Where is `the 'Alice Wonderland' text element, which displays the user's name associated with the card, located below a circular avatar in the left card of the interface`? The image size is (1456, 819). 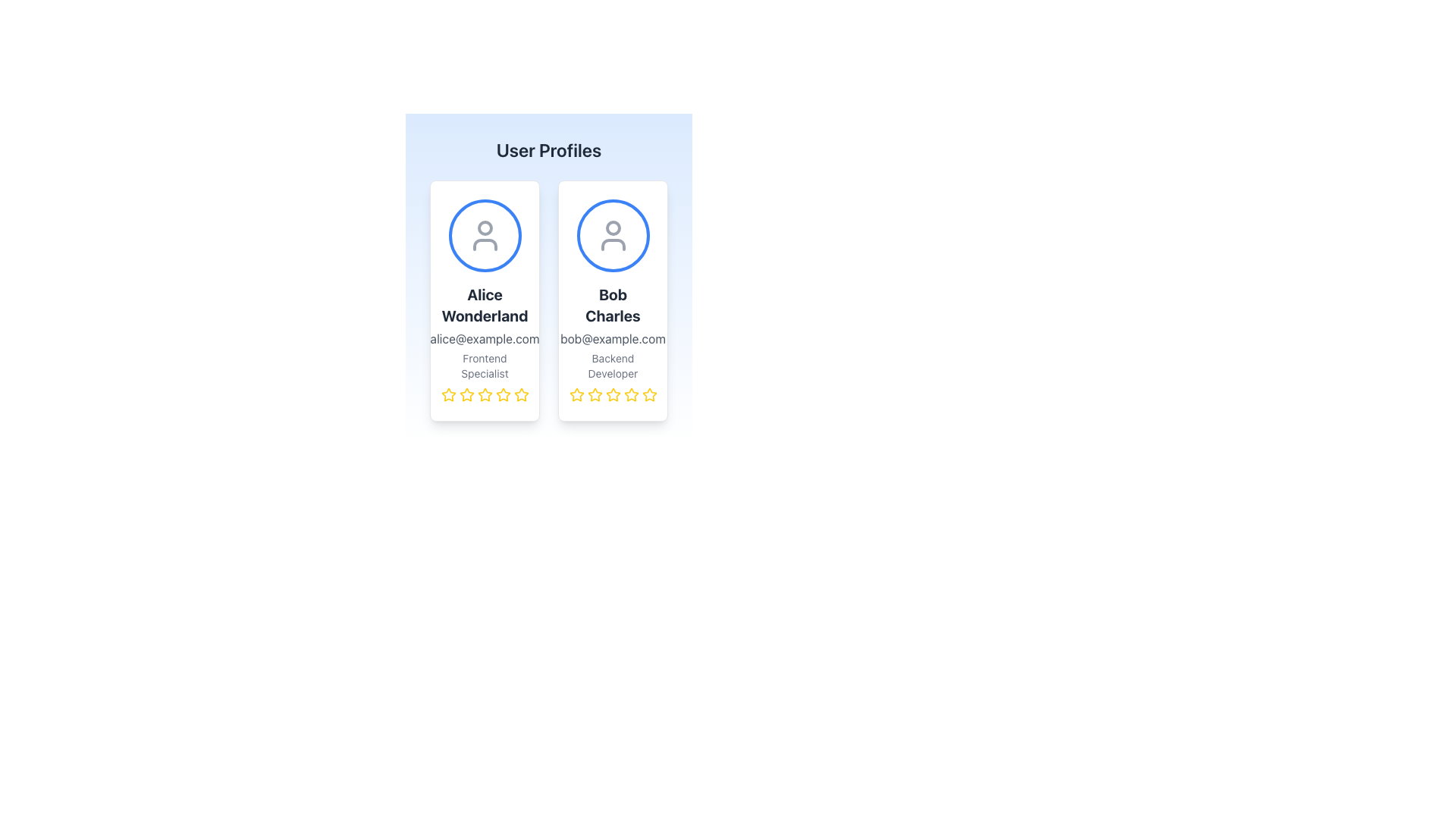 the 'Alice Wonderland' text element, which displays the user's name associated with the card, located below a circular avatar in the left card of the interface is located at coordinates (484, 305).